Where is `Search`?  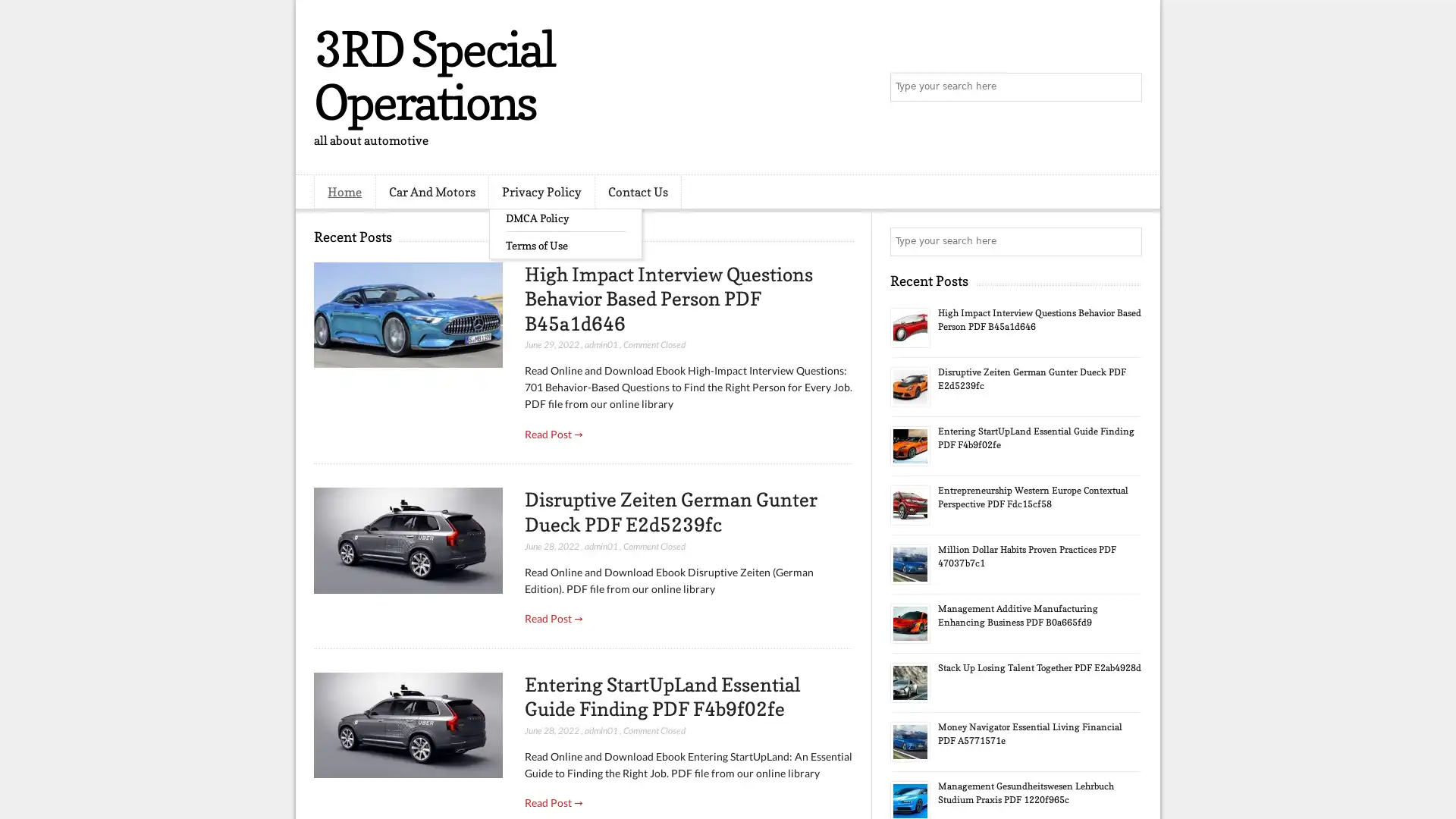 Search is located at coordinates (1126, 241).